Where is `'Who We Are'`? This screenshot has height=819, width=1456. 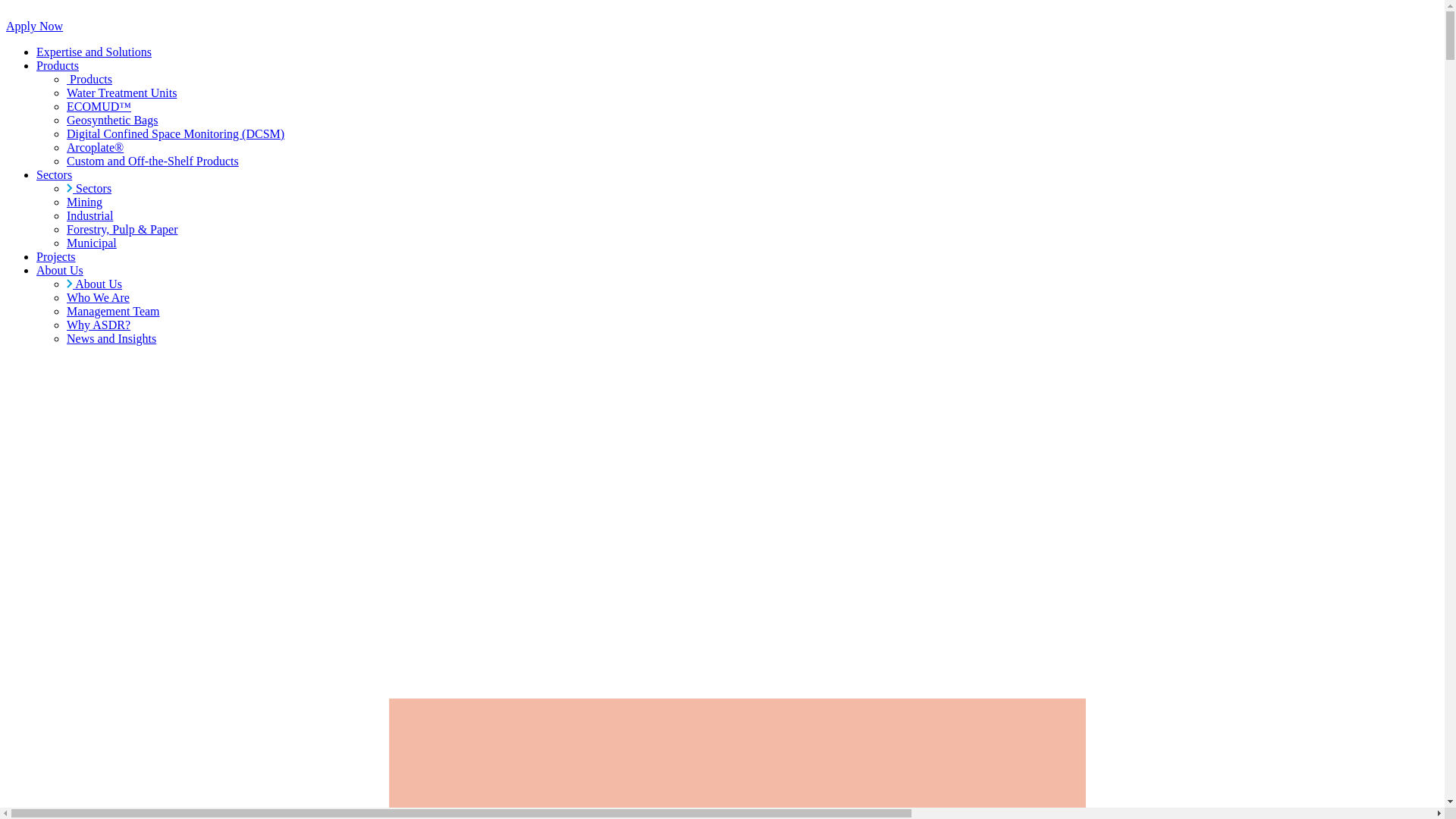
'Who We Are' is located at coordinates (97, 297).